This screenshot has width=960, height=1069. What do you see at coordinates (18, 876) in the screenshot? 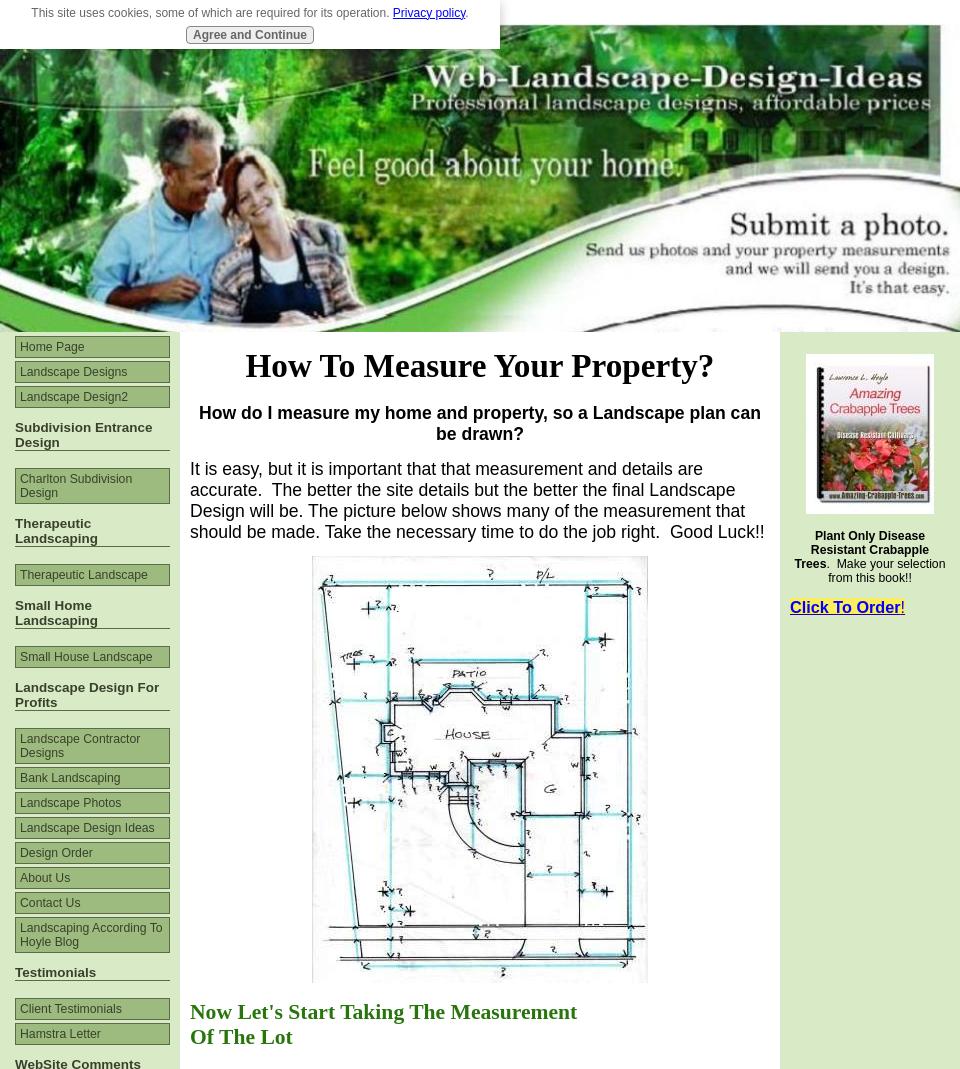
I see `'About Us'` at bounding box center [18, 876].